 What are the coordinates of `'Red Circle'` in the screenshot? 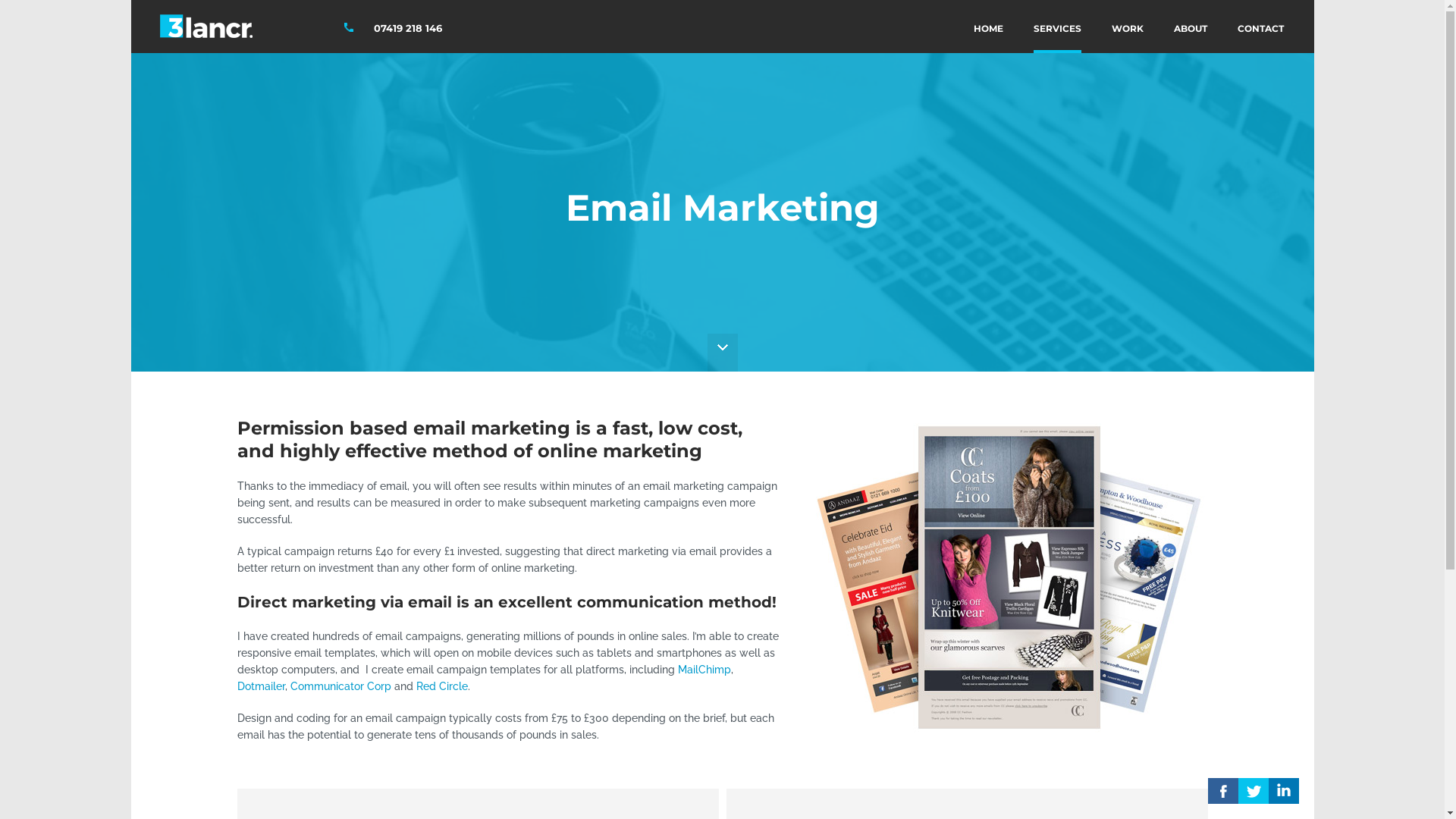 It's located at (440, 686).